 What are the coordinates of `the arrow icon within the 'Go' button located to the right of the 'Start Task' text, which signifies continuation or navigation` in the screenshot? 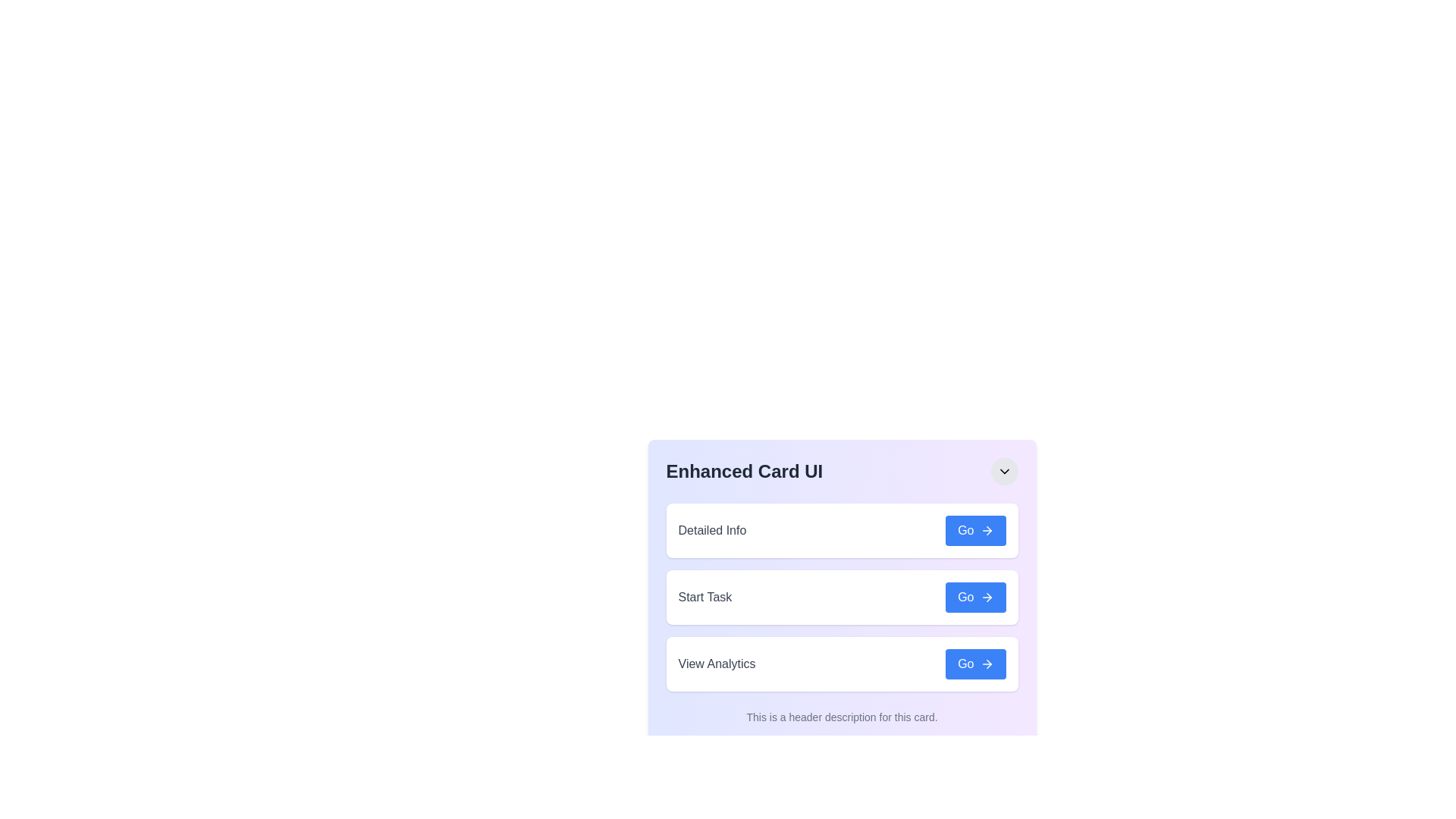 It's located at (987, 596).